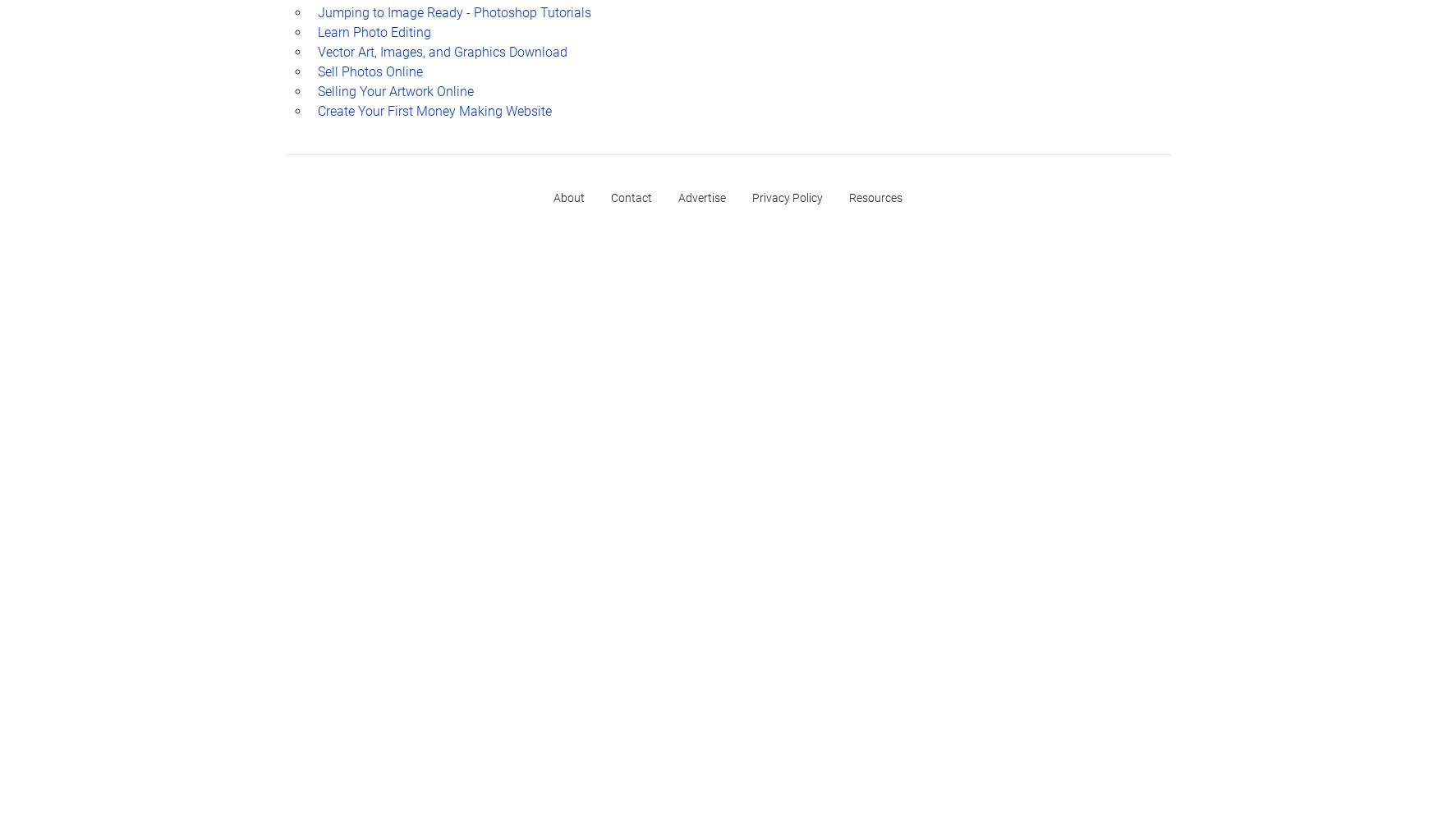 The image size is (1456, 822). I want to click on 'Vector Art, Images, and Graphics Download', so click(441, 51).